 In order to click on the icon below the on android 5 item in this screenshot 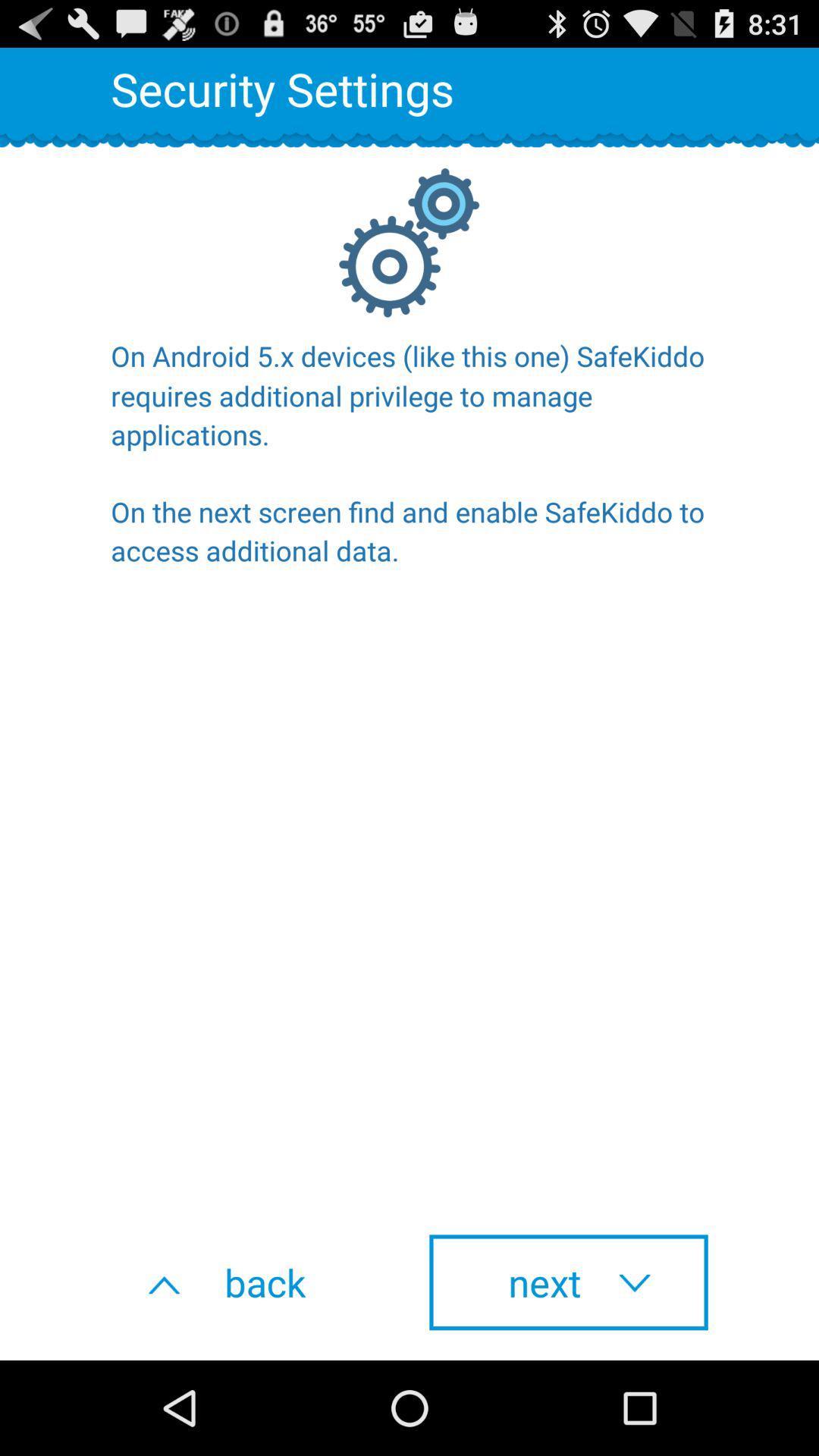, I will do `click(249, 1282)`.